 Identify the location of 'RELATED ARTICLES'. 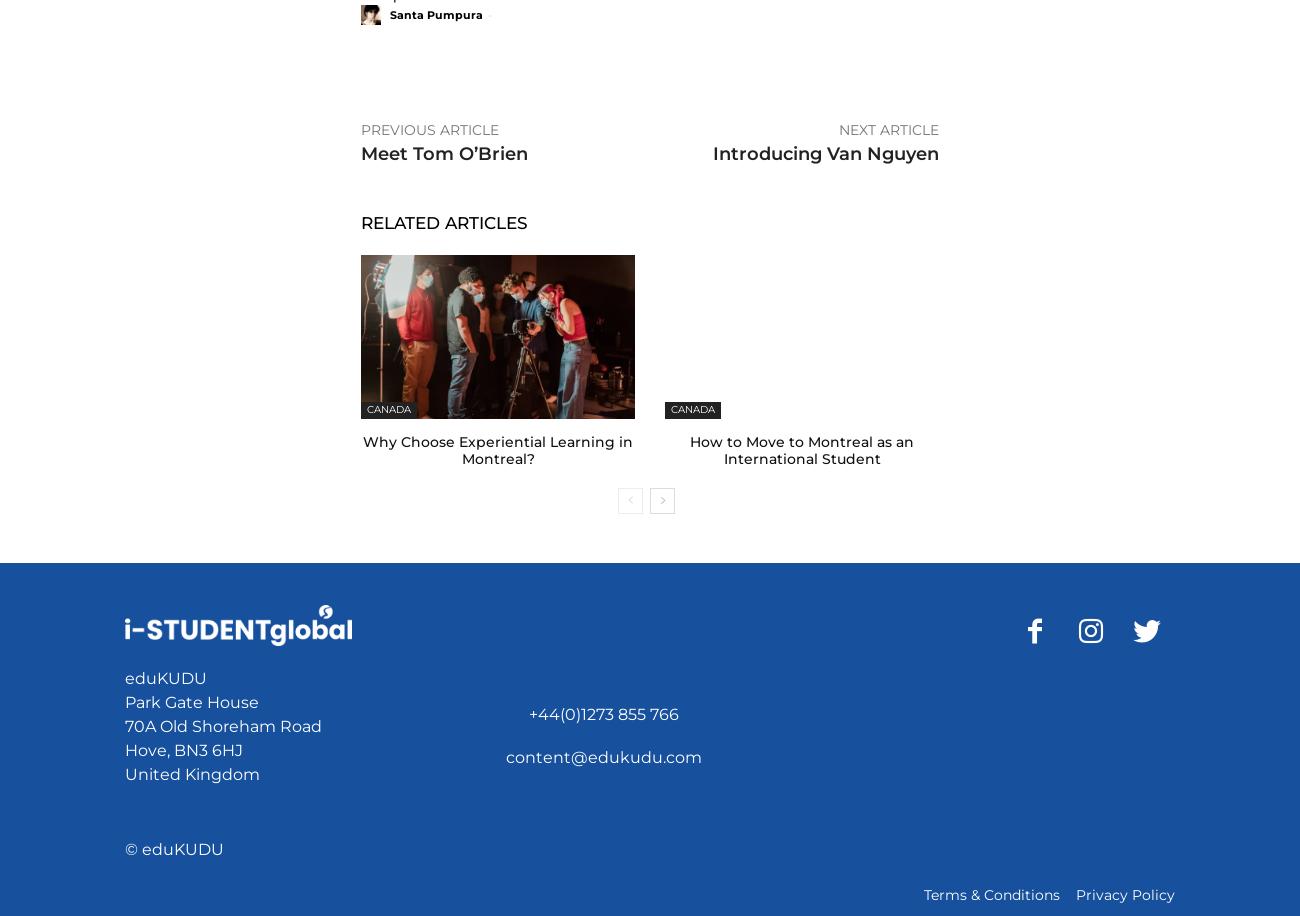
(360, 221).